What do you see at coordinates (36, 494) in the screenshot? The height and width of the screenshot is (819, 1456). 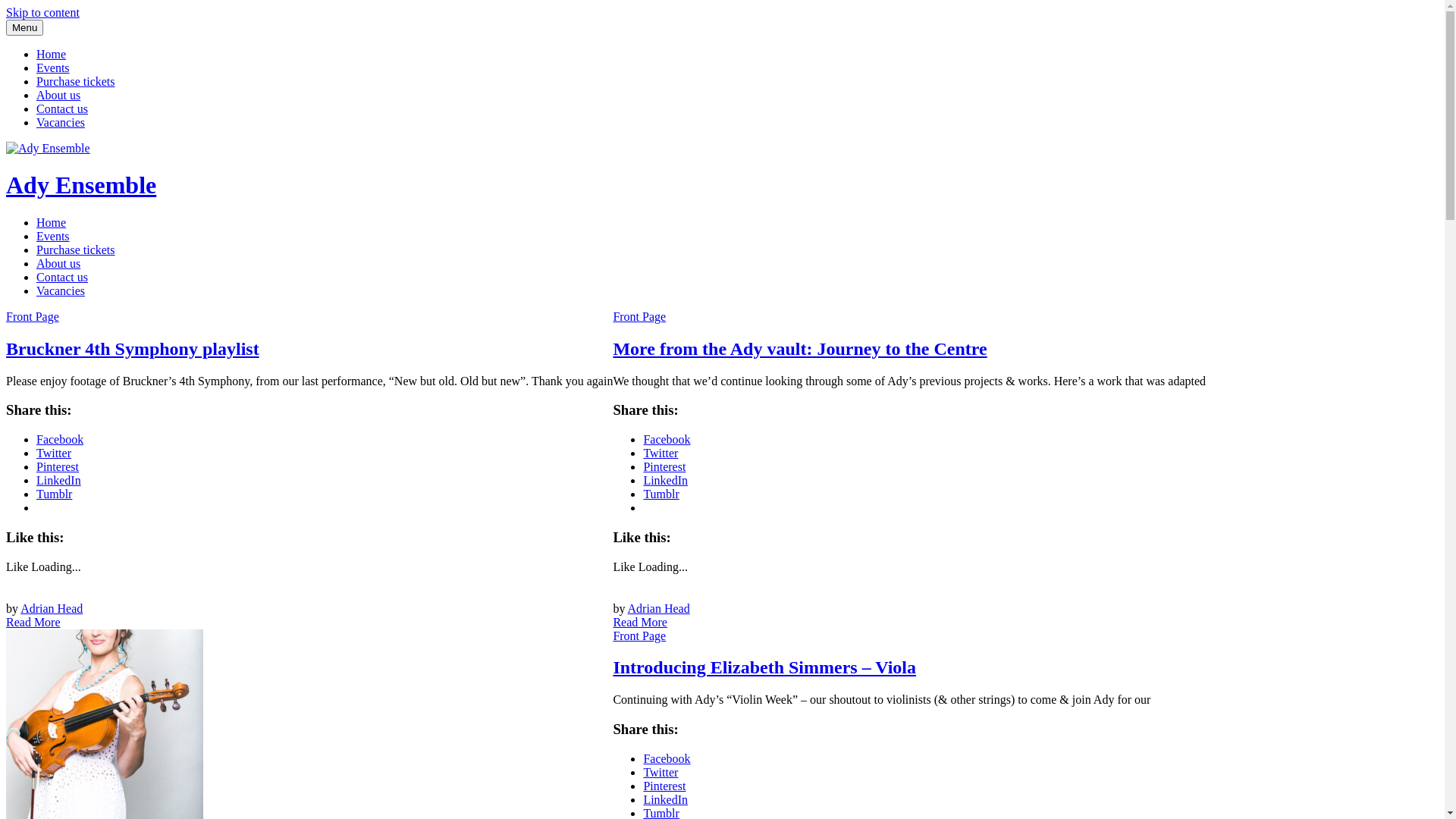 I see `'Tumblr'` at bounding box center [36, 494].